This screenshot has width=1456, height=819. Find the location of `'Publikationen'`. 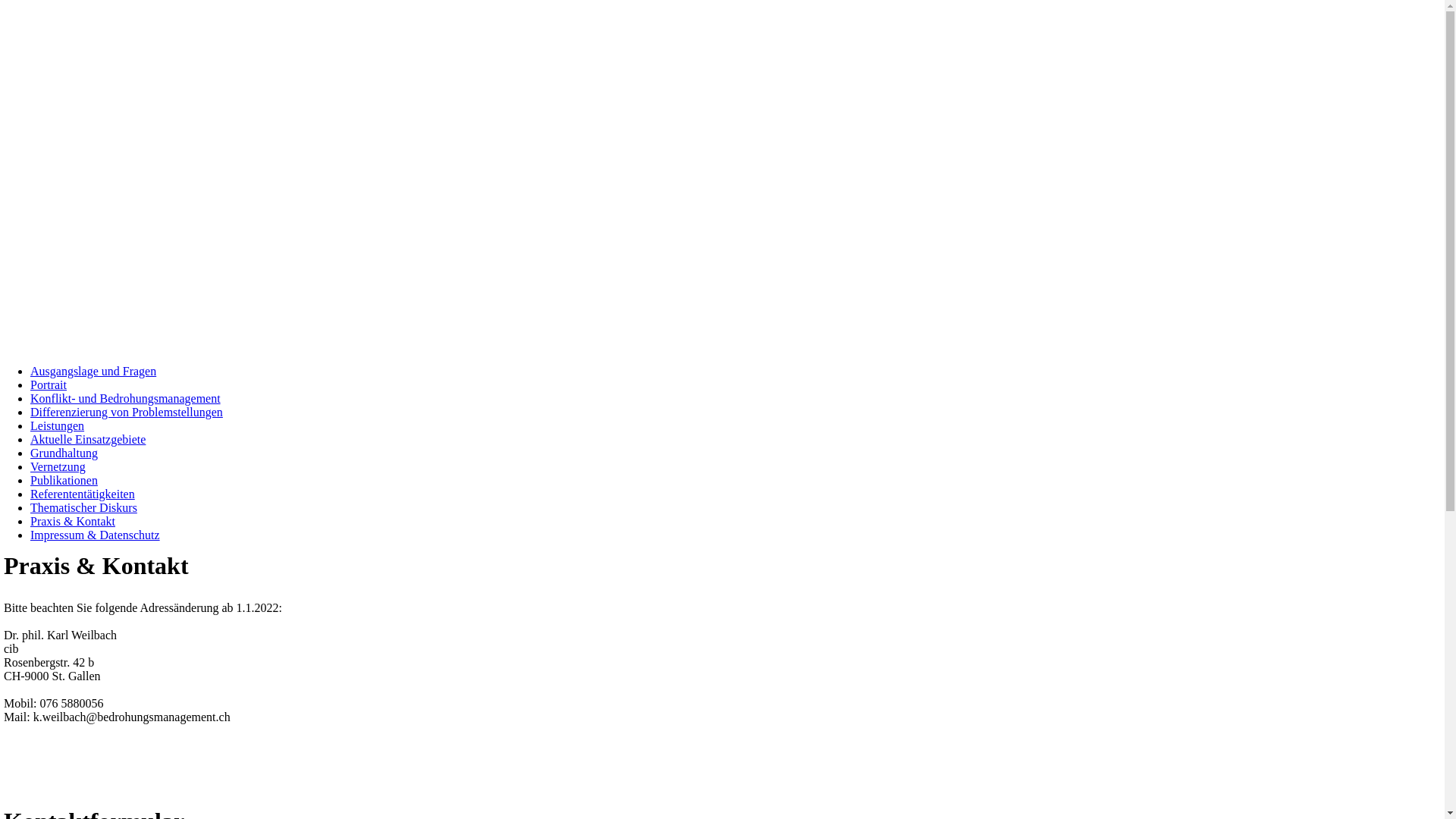

'Publikationen' is located at coordinates (63, 480).